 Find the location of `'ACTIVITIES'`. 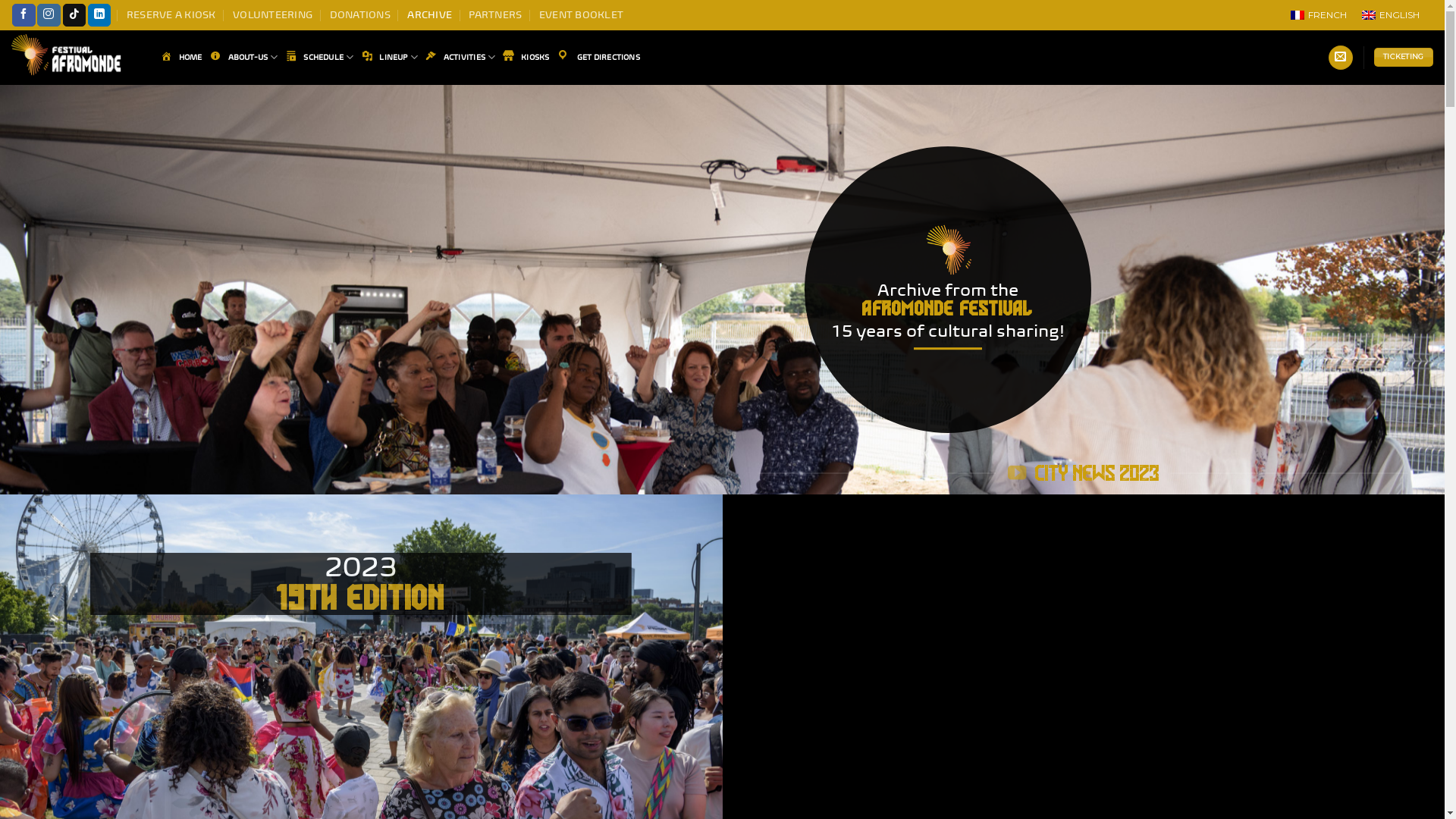

'ACTIVITIES' is located at coordinates (459, 56).